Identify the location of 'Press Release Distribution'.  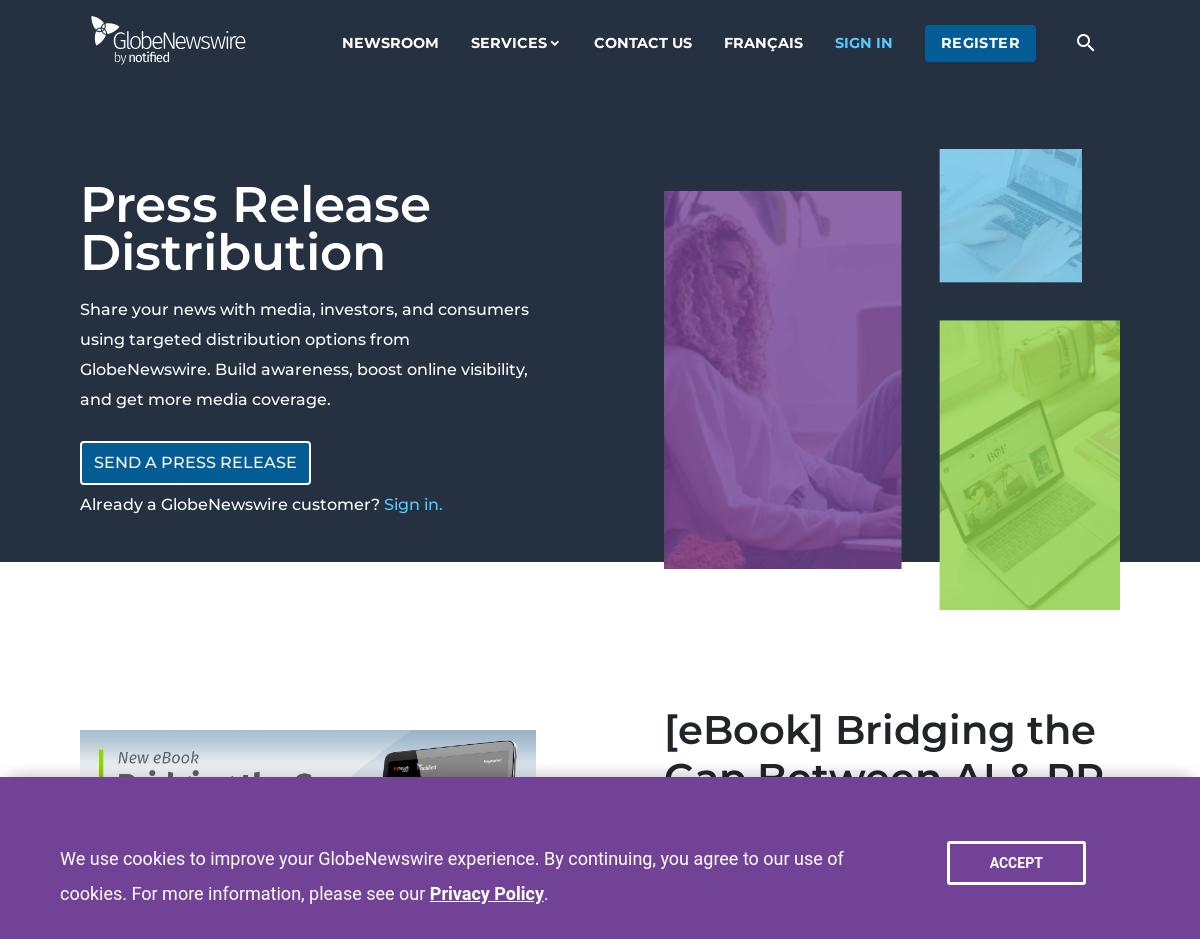
(254, 228).